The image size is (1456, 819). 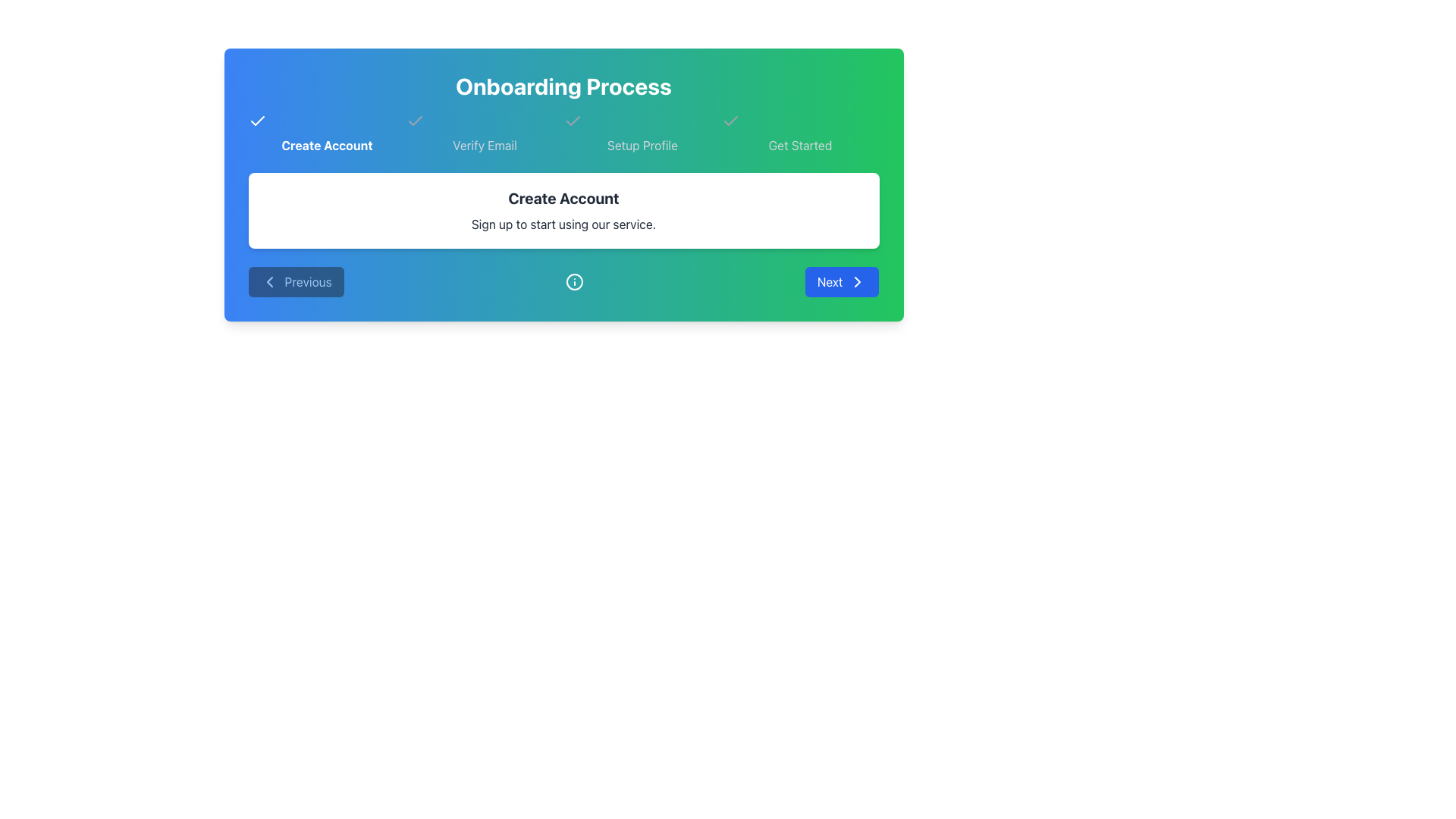 I want to click on the 'Setup Profile' text label, which indicates the current stage in the onboarding process and is the third step in the horizontal step indicator, so click(x=642, y=146).